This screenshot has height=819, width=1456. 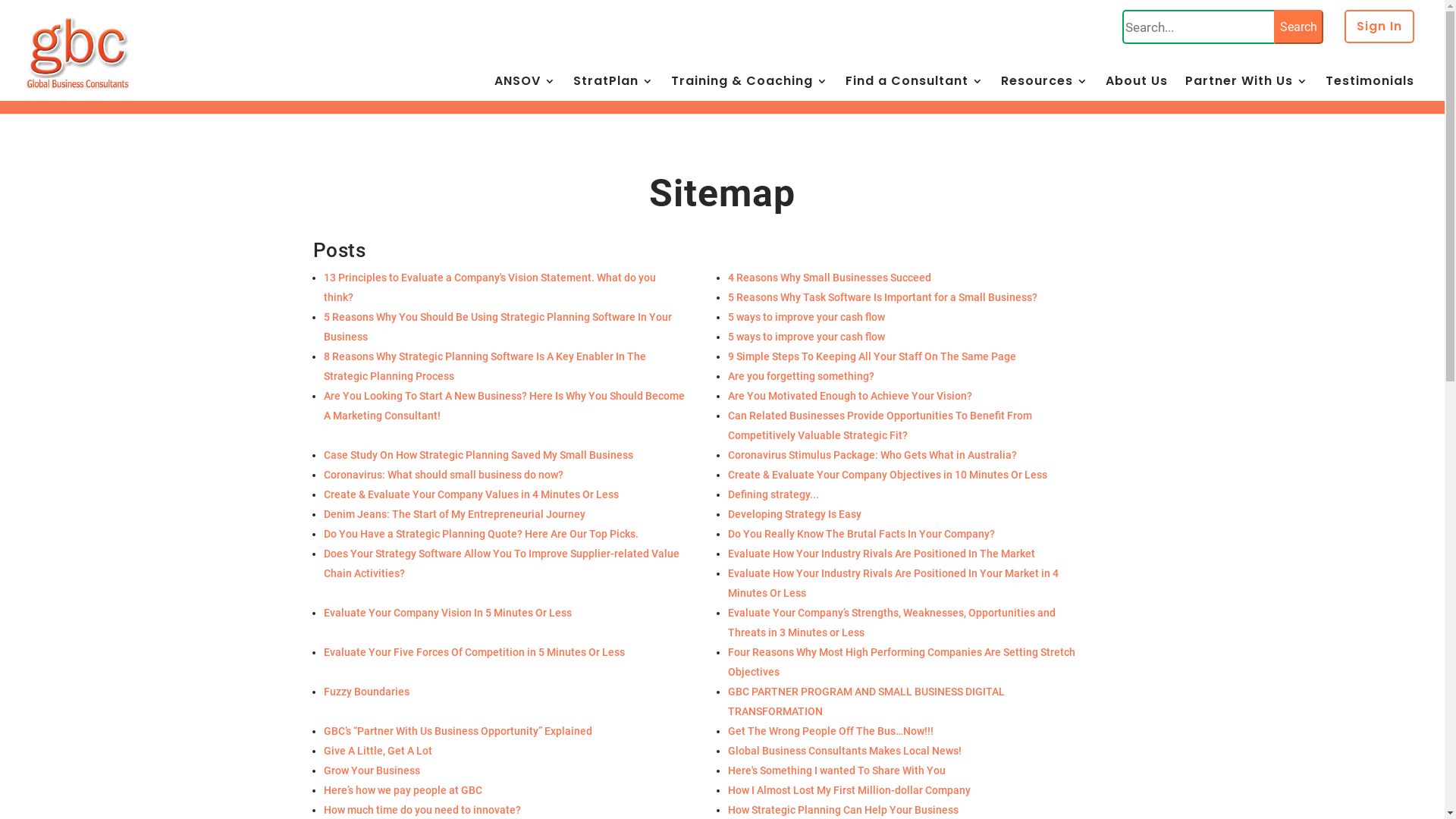 I want to click on 'Find a Consultant', so click(x=844, y=90).